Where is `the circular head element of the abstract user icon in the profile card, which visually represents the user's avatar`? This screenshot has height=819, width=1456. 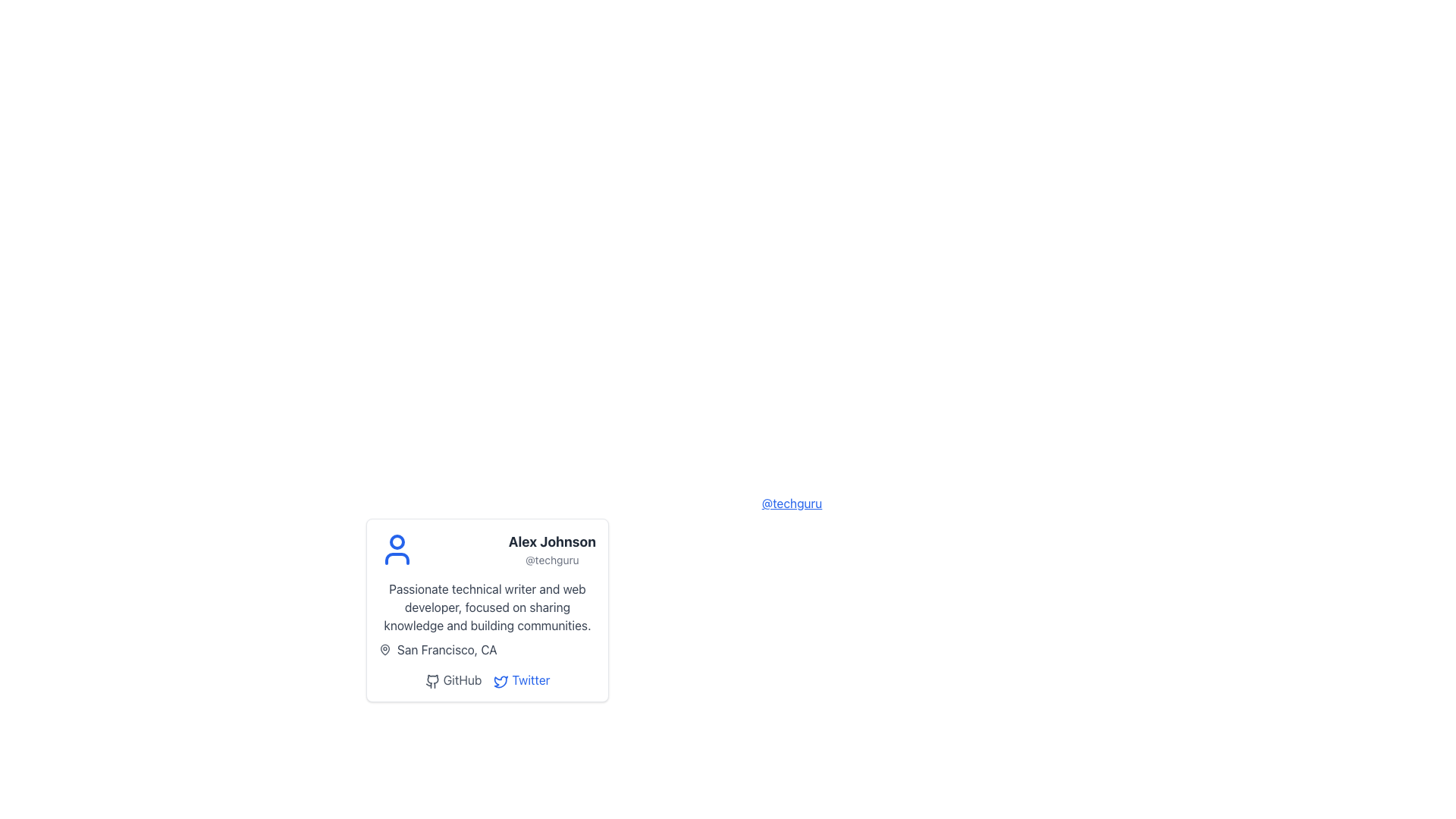 the circular head element of the abstract user icon in the profile card, which visually represents the user's avatar is located at coordinates (397, 541).